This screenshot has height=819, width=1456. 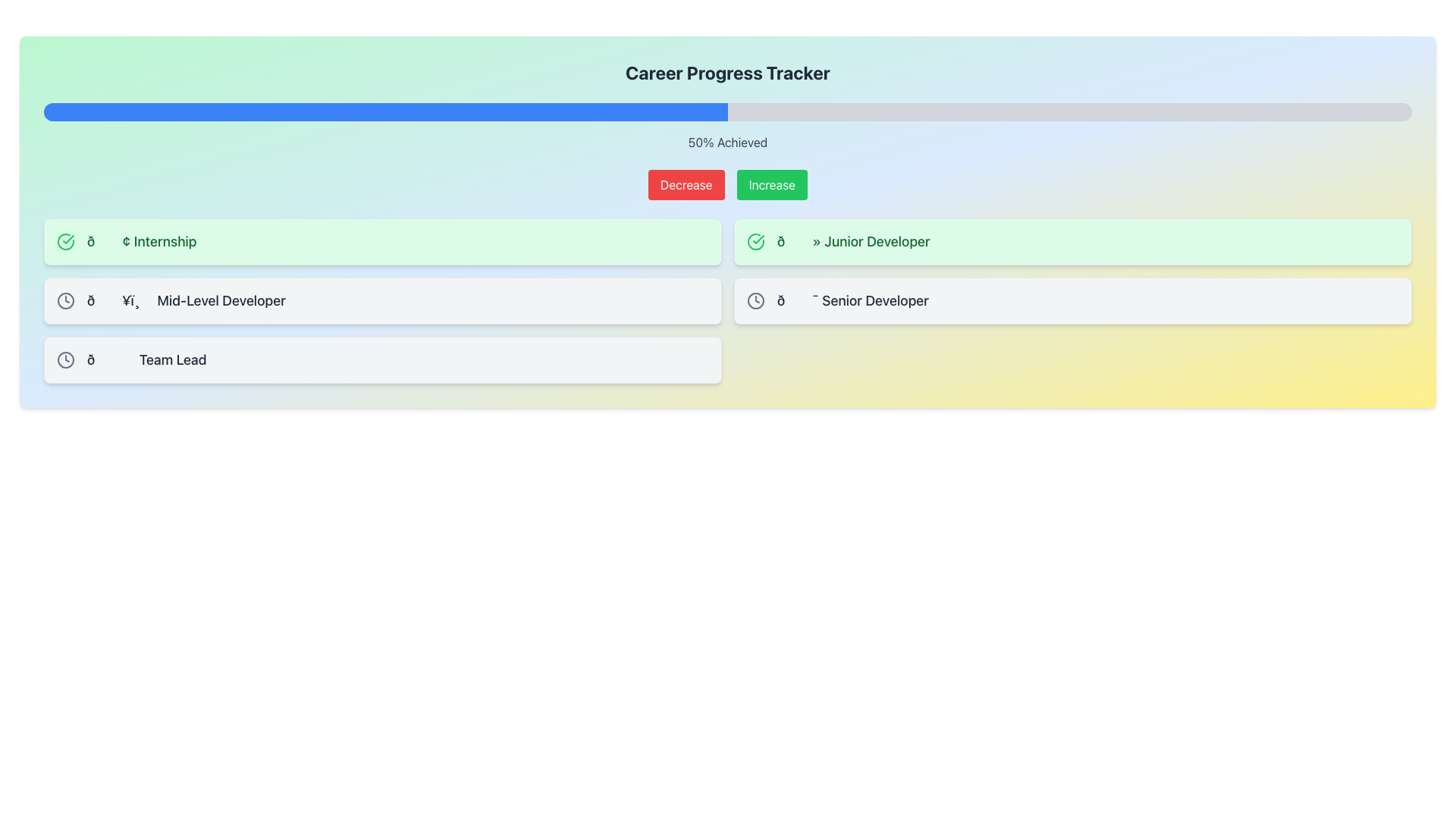 What do you see at coordinates (64, 359) in the screenshot?
I see `the small clock icon with a circular outline and clock hands, located to the left of the text 'Team Lead' in the career milestone section` at bounding box center [64, 359].